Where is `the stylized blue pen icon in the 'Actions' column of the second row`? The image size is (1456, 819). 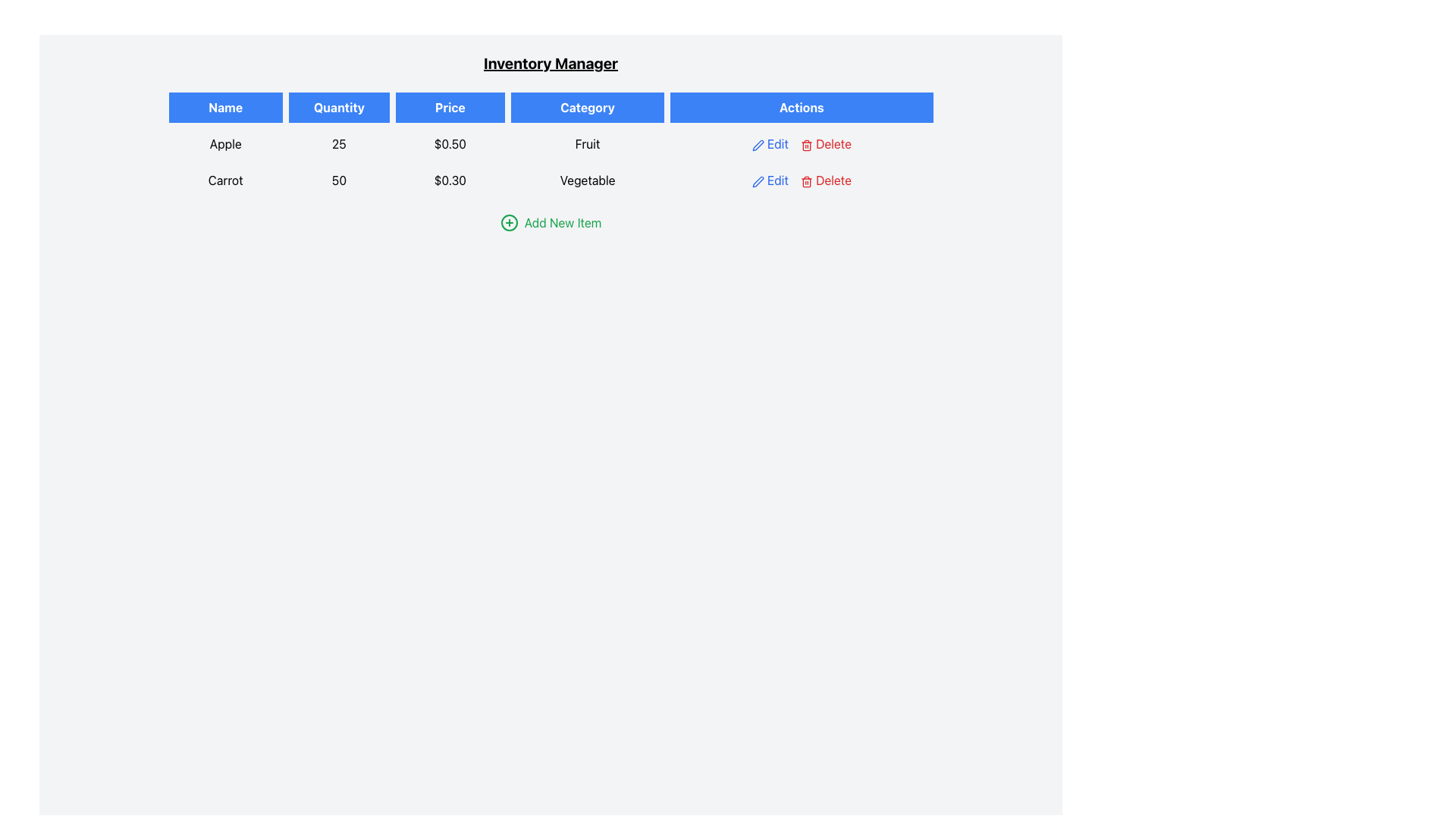
the stylized blue pen icon in the 'Actions' column of the second row is located at coordinates (758, 145).